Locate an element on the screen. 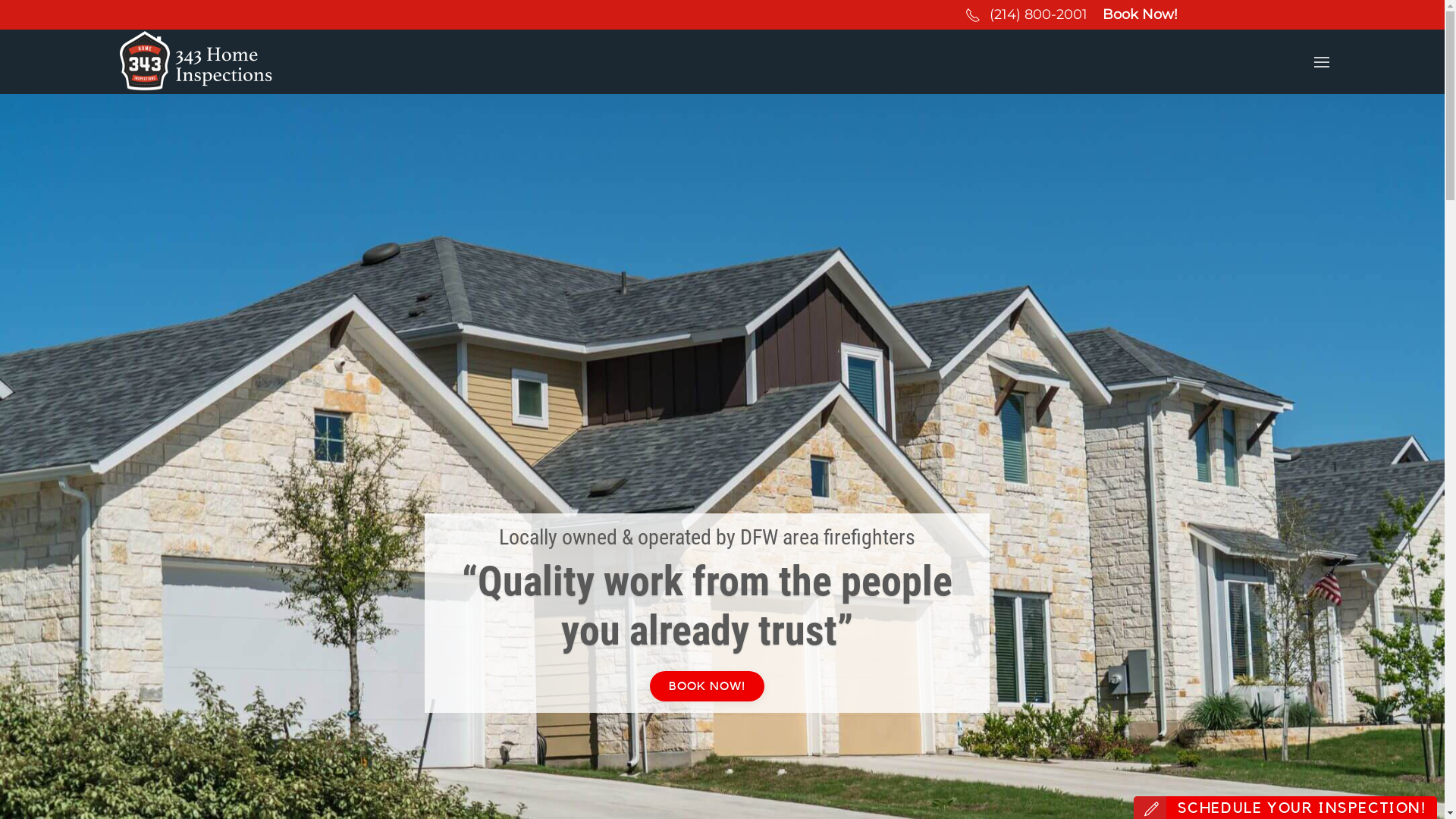  'Book Now!' is located at coordinates (1140, 14).